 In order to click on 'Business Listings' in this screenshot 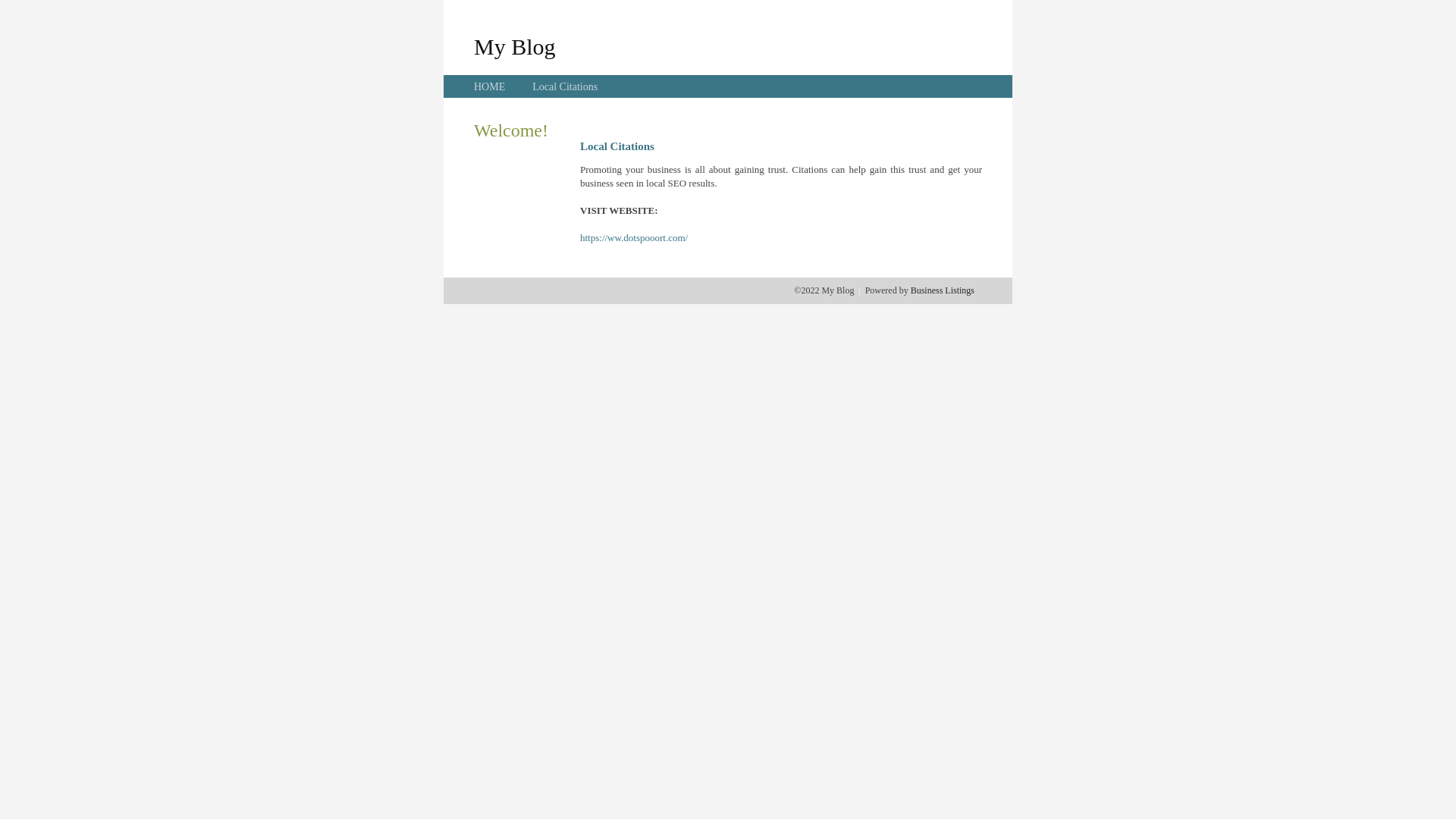, I will do `click(910, 290)`.